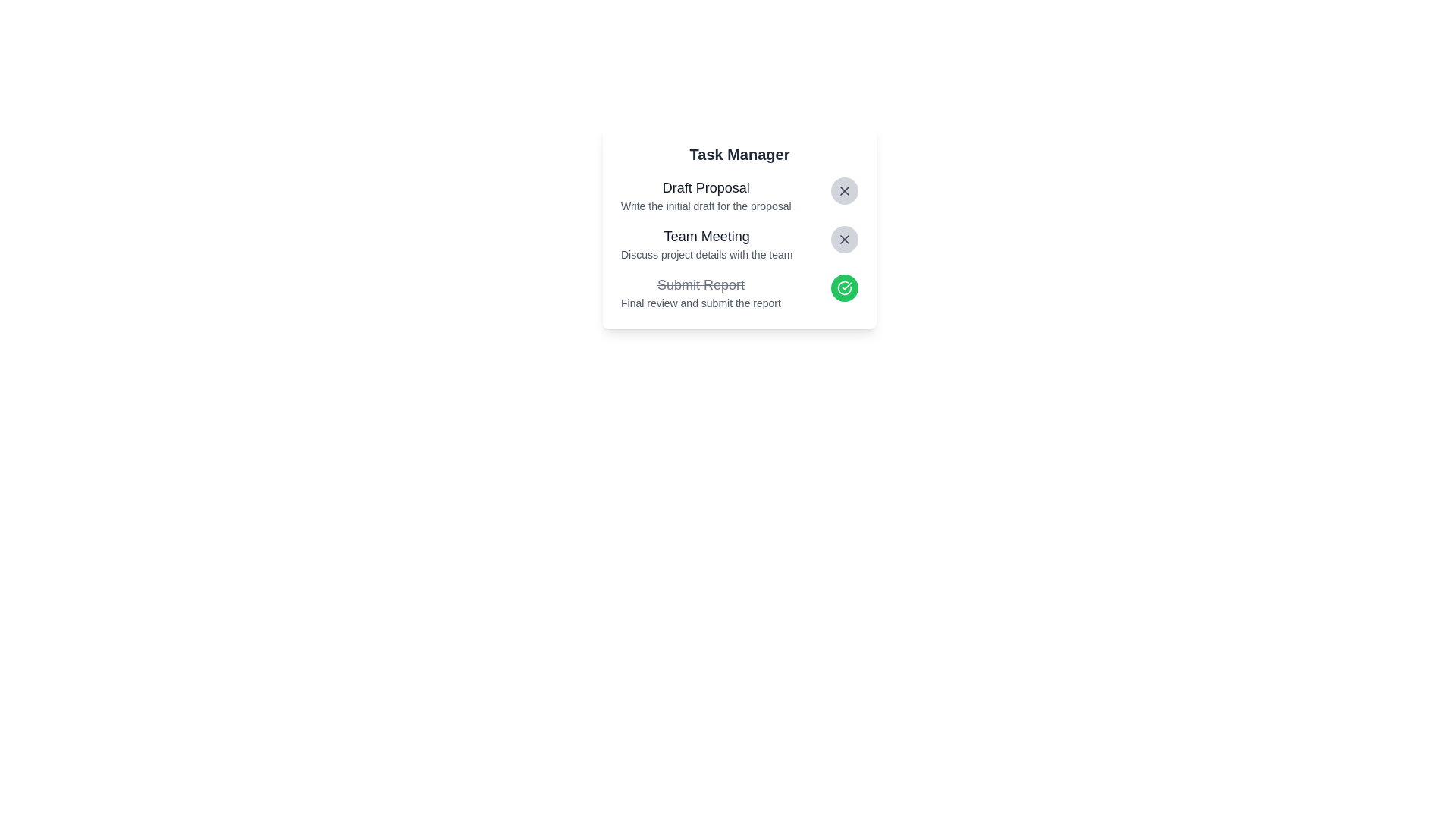 This screenshot has height=819, width=1456. What do you see at coordinates (739, 155) in the screenshot?
I see `the header text element that serves as the title for the task management component, indicating its purpose and location at the top of a white, rounded box with a shadowed border` at bounding box center [739, 155].